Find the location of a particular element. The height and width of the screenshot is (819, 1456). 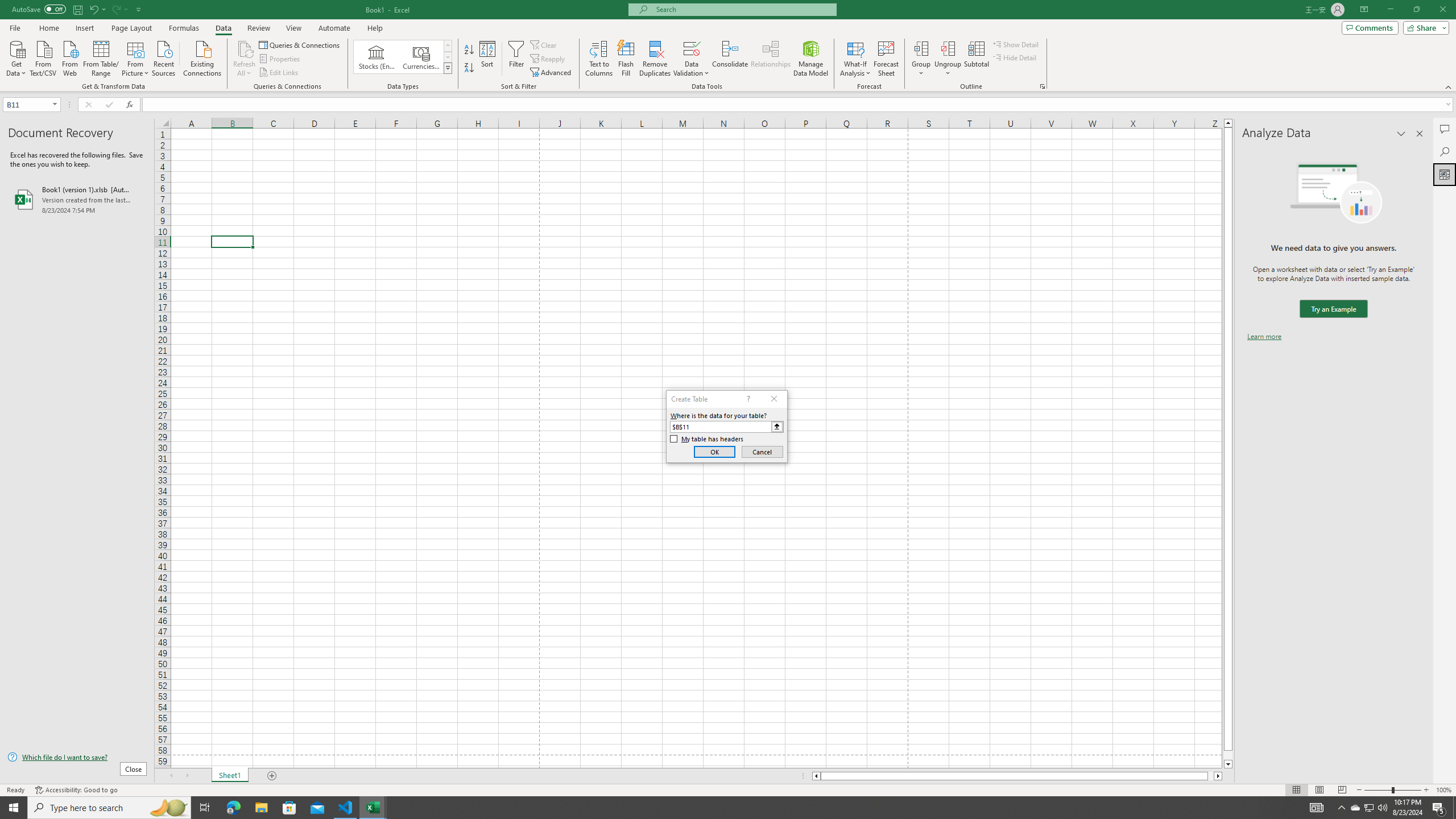

'What-If Analysis' is located at coordinates (855, 59).